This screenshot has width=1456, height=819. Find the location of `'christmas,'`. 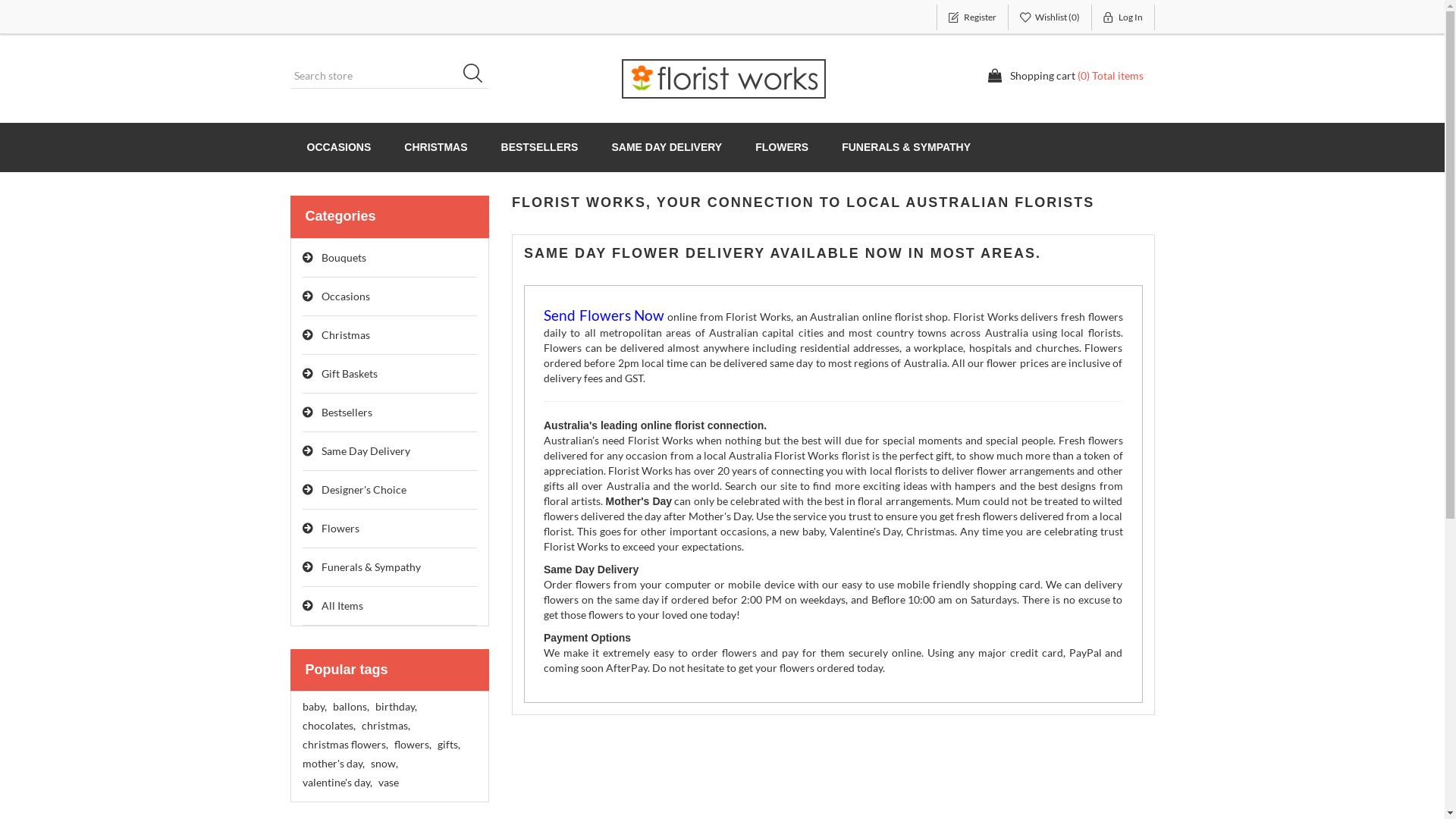

'christmas,' is located at coordinates (385, 724).